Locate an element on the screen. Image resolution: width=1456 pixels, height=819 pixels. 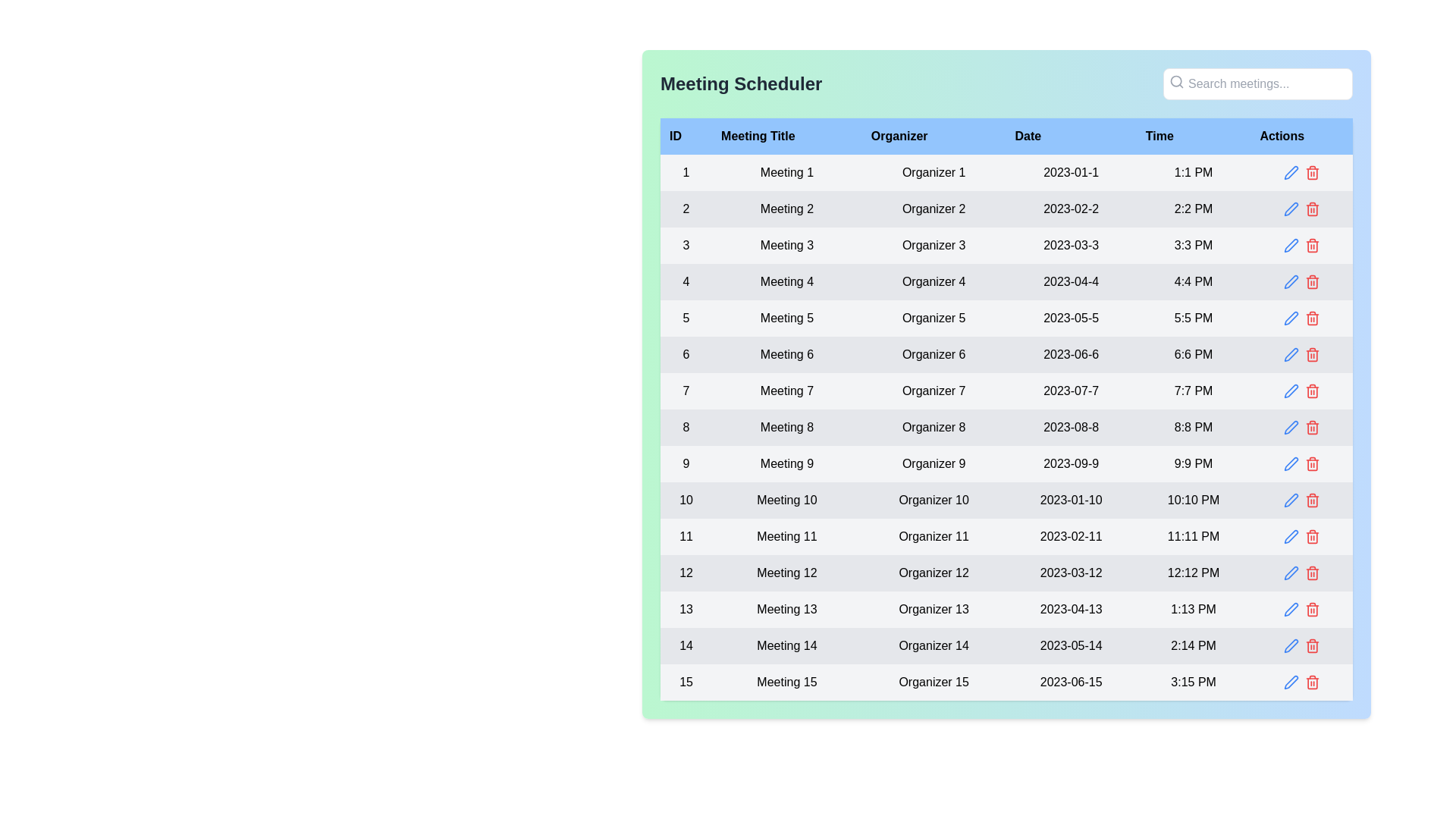
the time value displayed as '5:5 PM' is located at coordinates (1193, 318).